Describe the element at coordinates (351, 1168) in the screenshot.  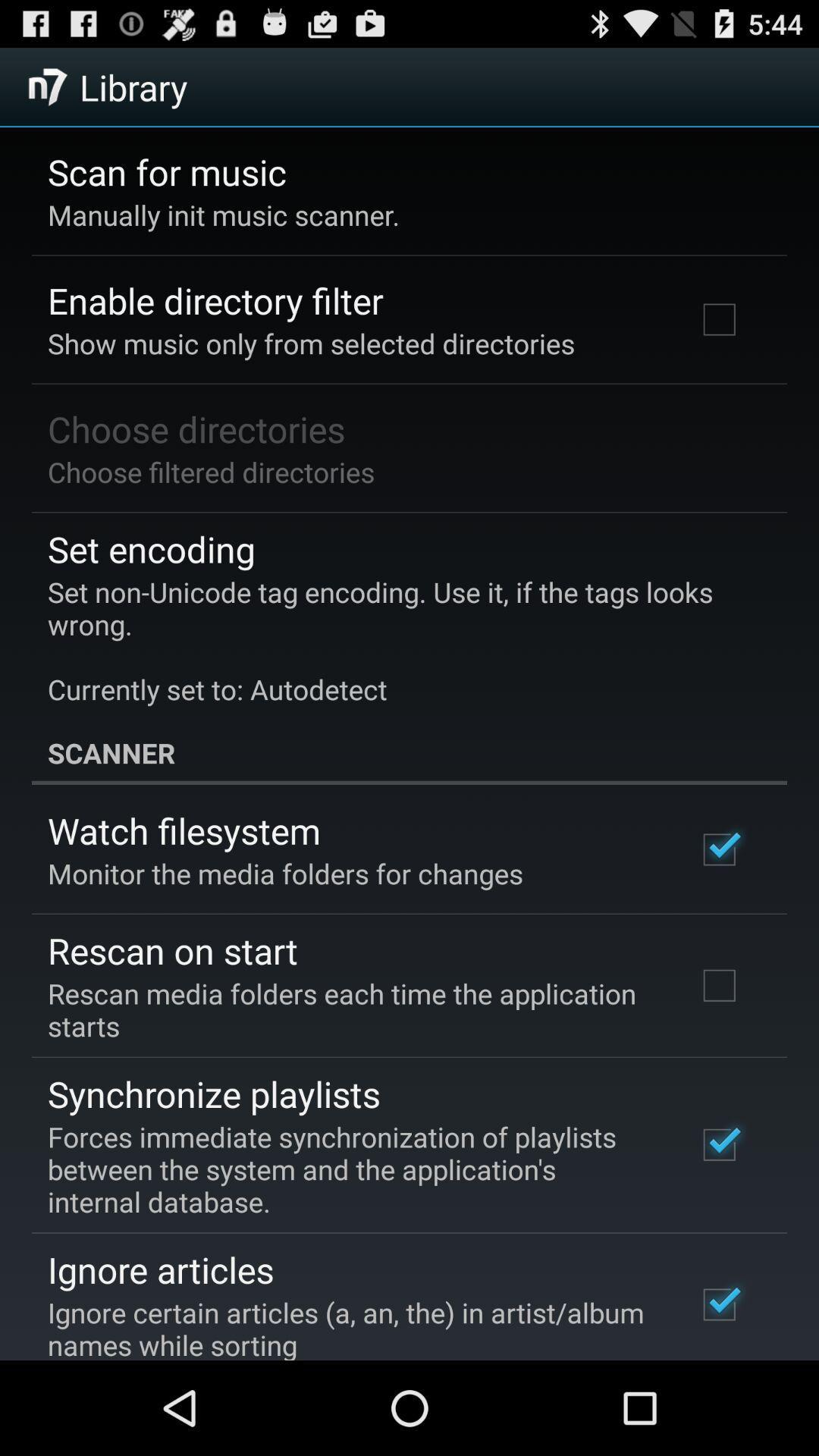
I see `the icon above the ignore articles app` at that location.